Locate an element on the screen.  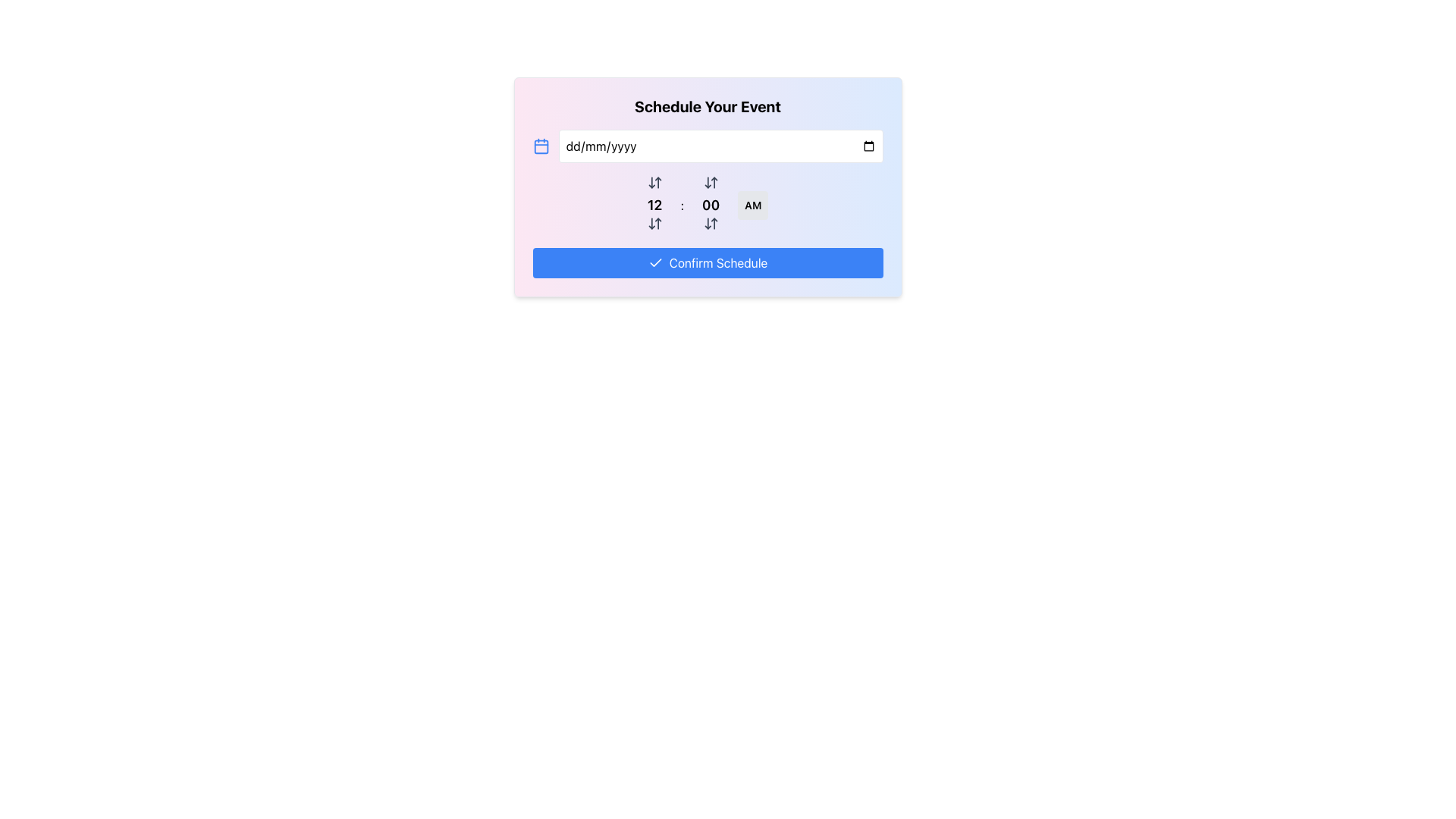
the small checkmark icon located within the blue 'Confirm Schedule' button, positioned to the left of the text is located at coordinates (655, 262).